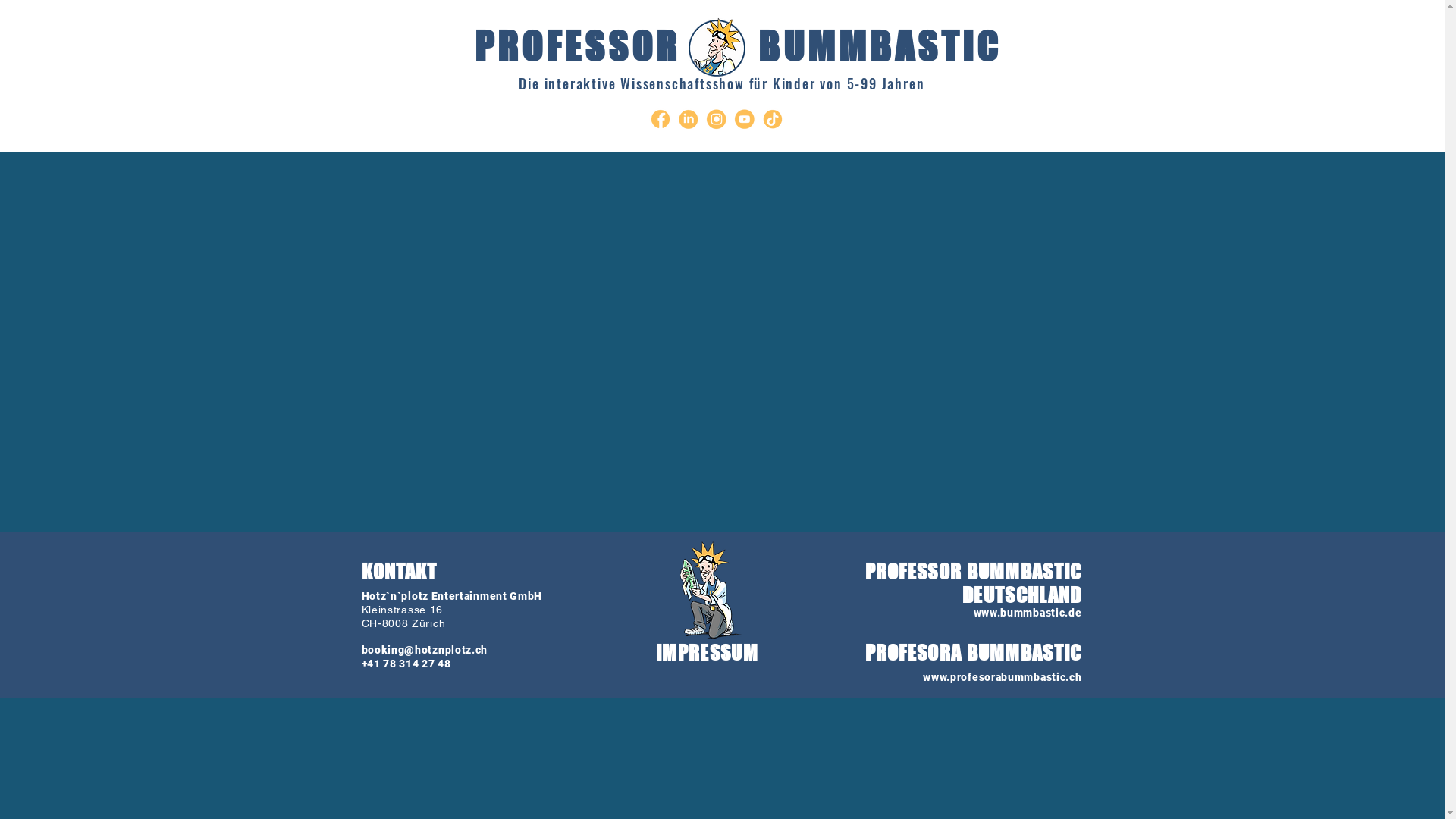 The width and height of the screenshot is (1456, 819). I want to click on 'IMPRESSUM', so click(706, 651).